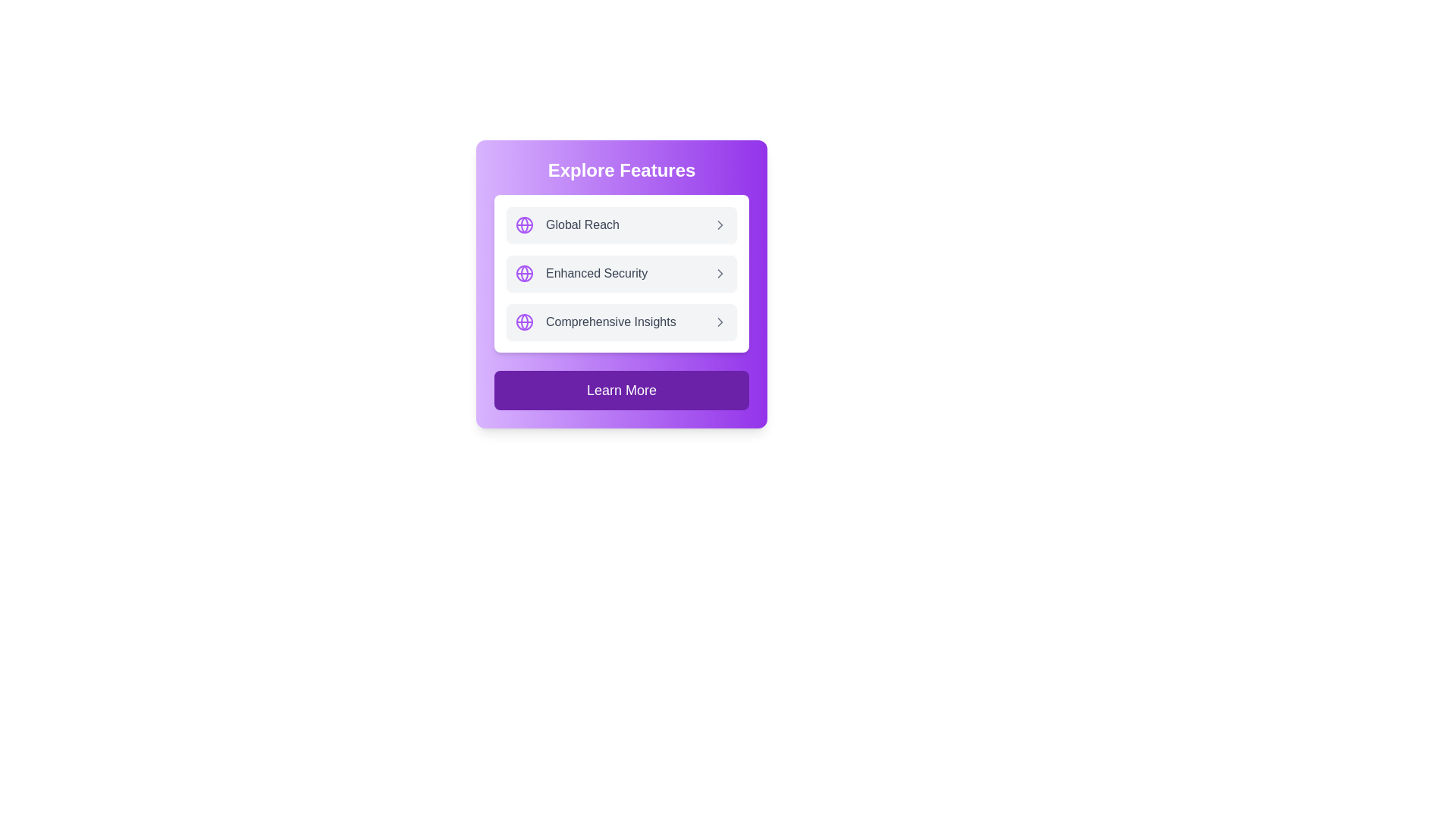 This screenshot has height=819, width=1456. Describe the element at coordinates (524, 225) in the screenshot. I see `the purple circular vector graphic representing the 'Global Reach' feature, located in the first row of the vertical features list` at that location.